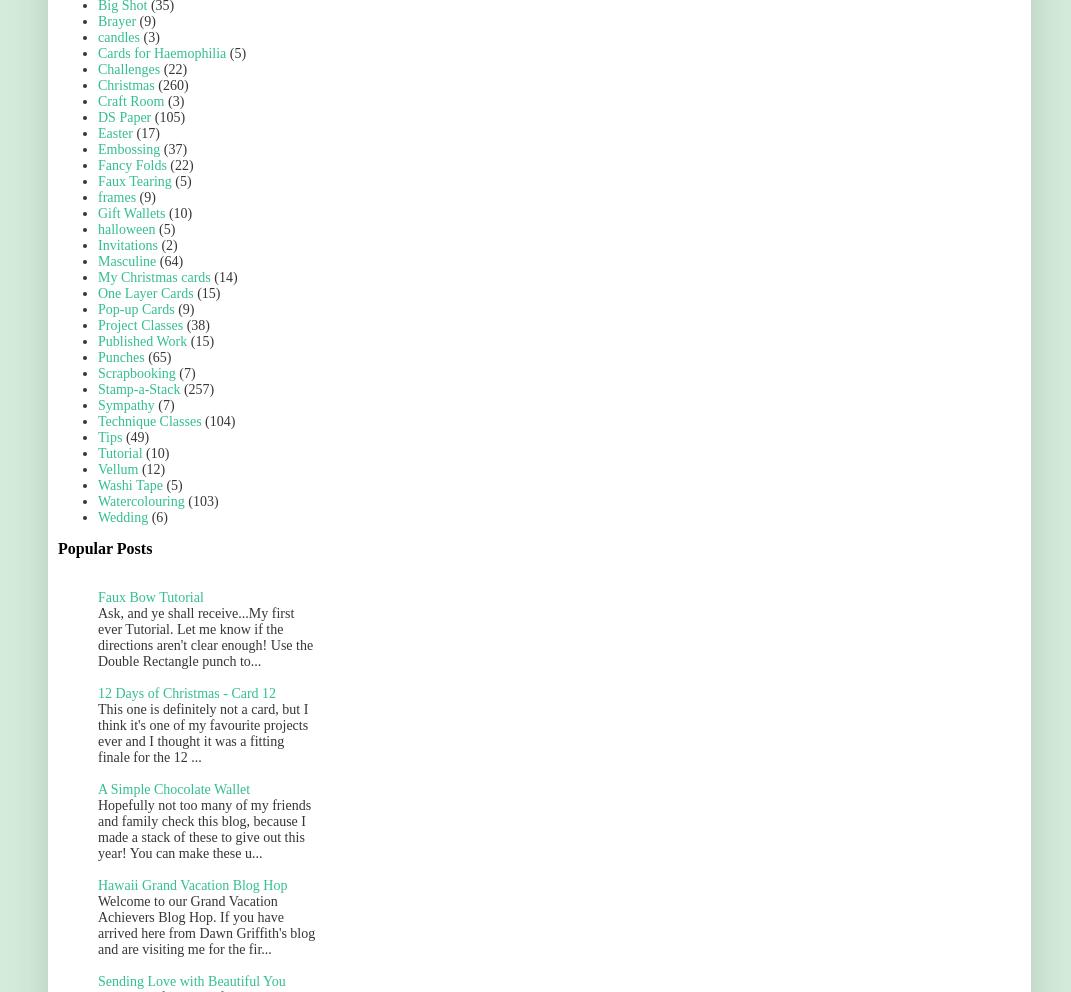 The height and width of the screenshot is (992, 1071). Describe the element at coordinates (201, 733) in the screenshot. I see `'This one is definitely not a card, but I think it's one of my favourite projects ever  and I thought it was a fitting finale for the 12 ...'` at that location.